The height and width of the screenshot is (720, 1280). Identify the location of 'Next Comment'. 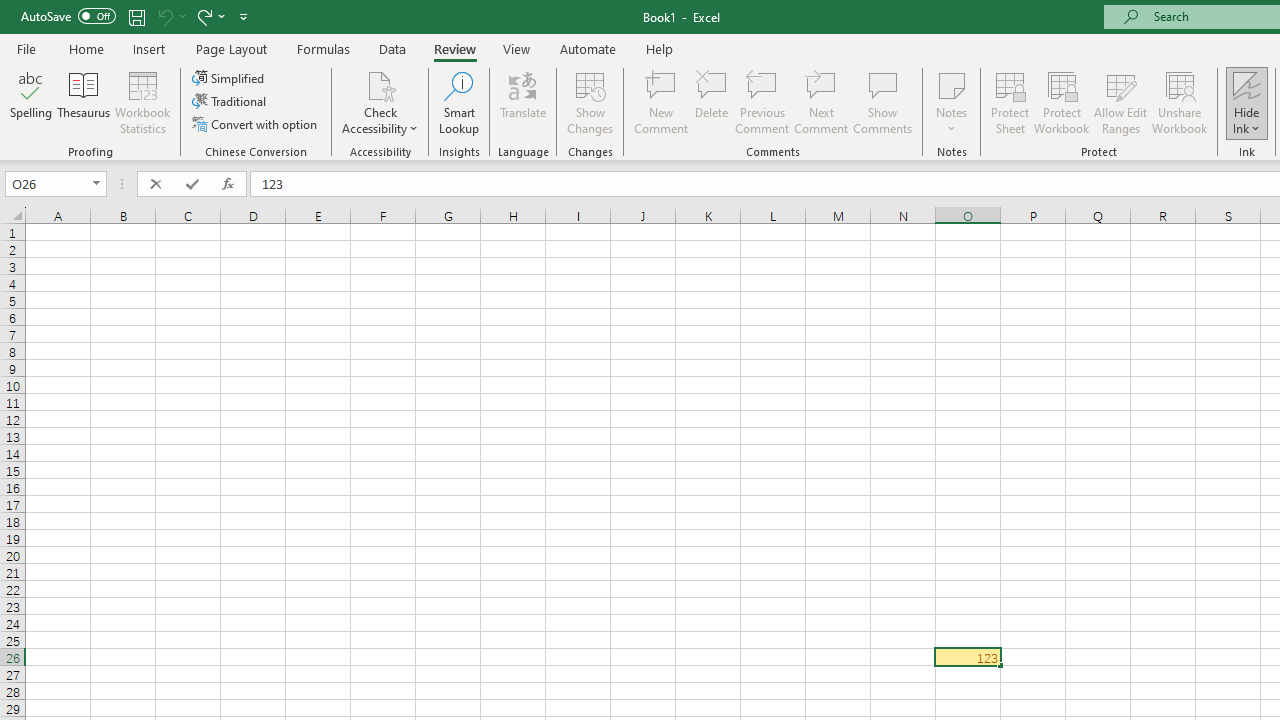
(821, 103).